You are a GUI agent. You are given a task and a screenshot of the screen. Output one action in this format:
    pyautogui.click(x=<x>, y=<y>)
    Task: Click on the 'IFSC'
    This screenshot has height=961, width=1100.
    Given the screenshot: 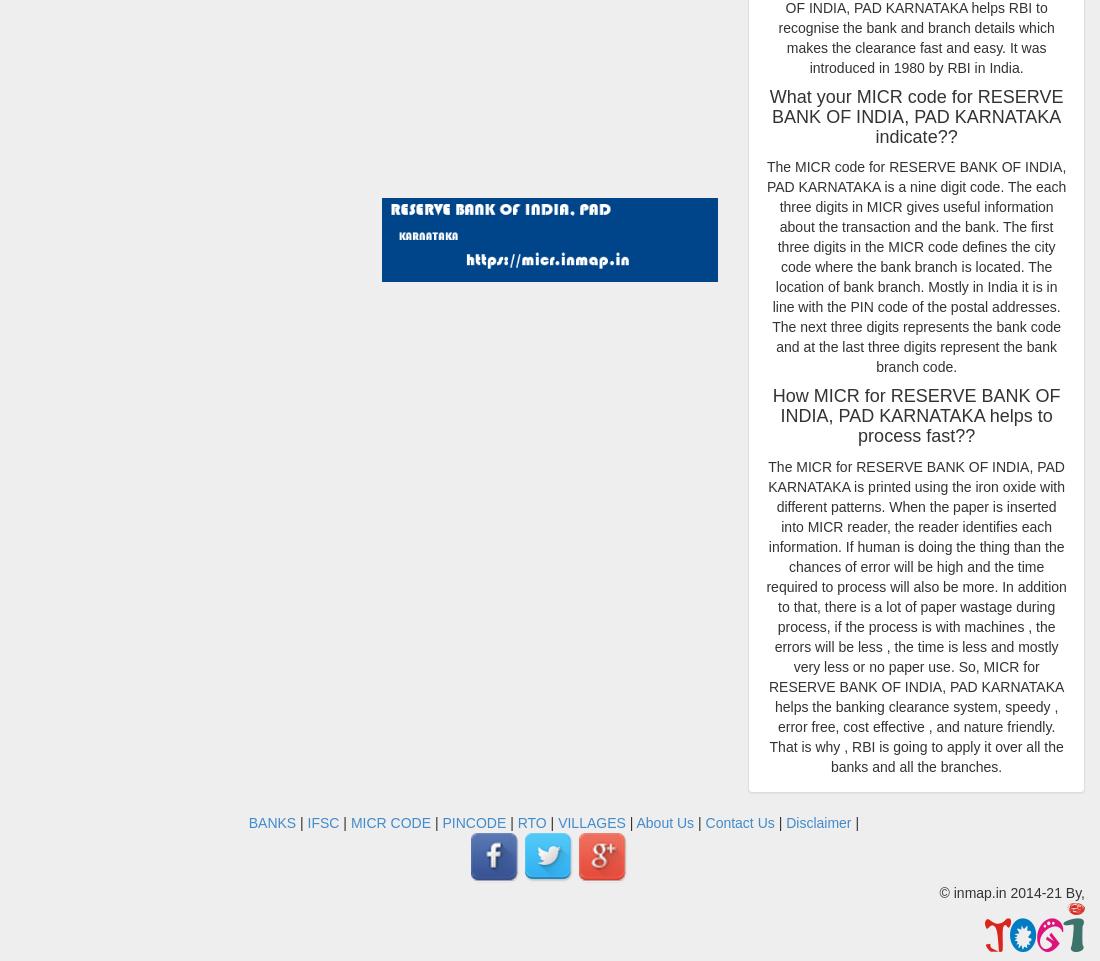 What is the action you would take?
    pyautogui.click(x=321, y=822)
    